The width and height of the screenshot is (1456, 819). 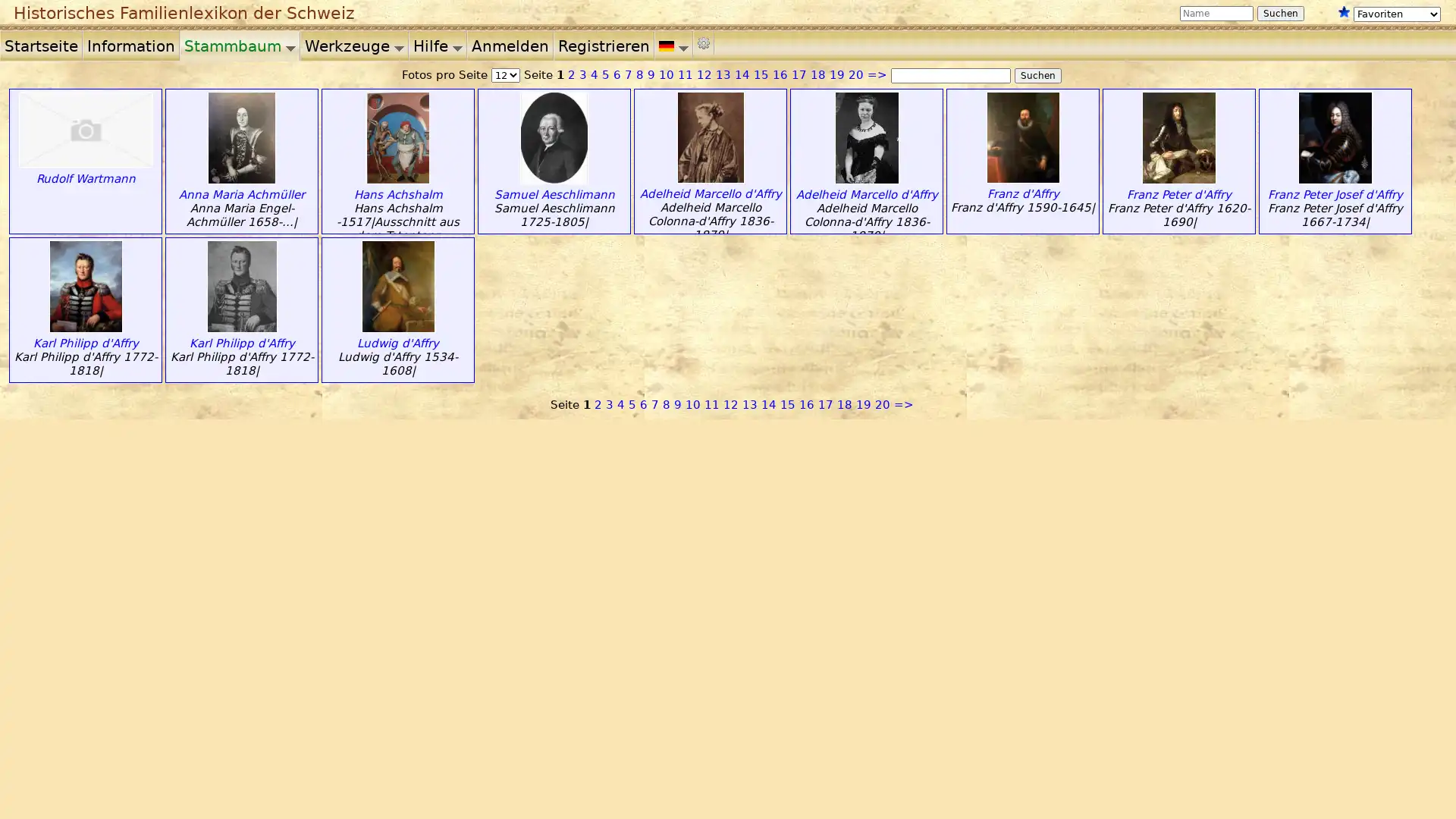 I want to click on Suchen, so click(x=1280, y=14).